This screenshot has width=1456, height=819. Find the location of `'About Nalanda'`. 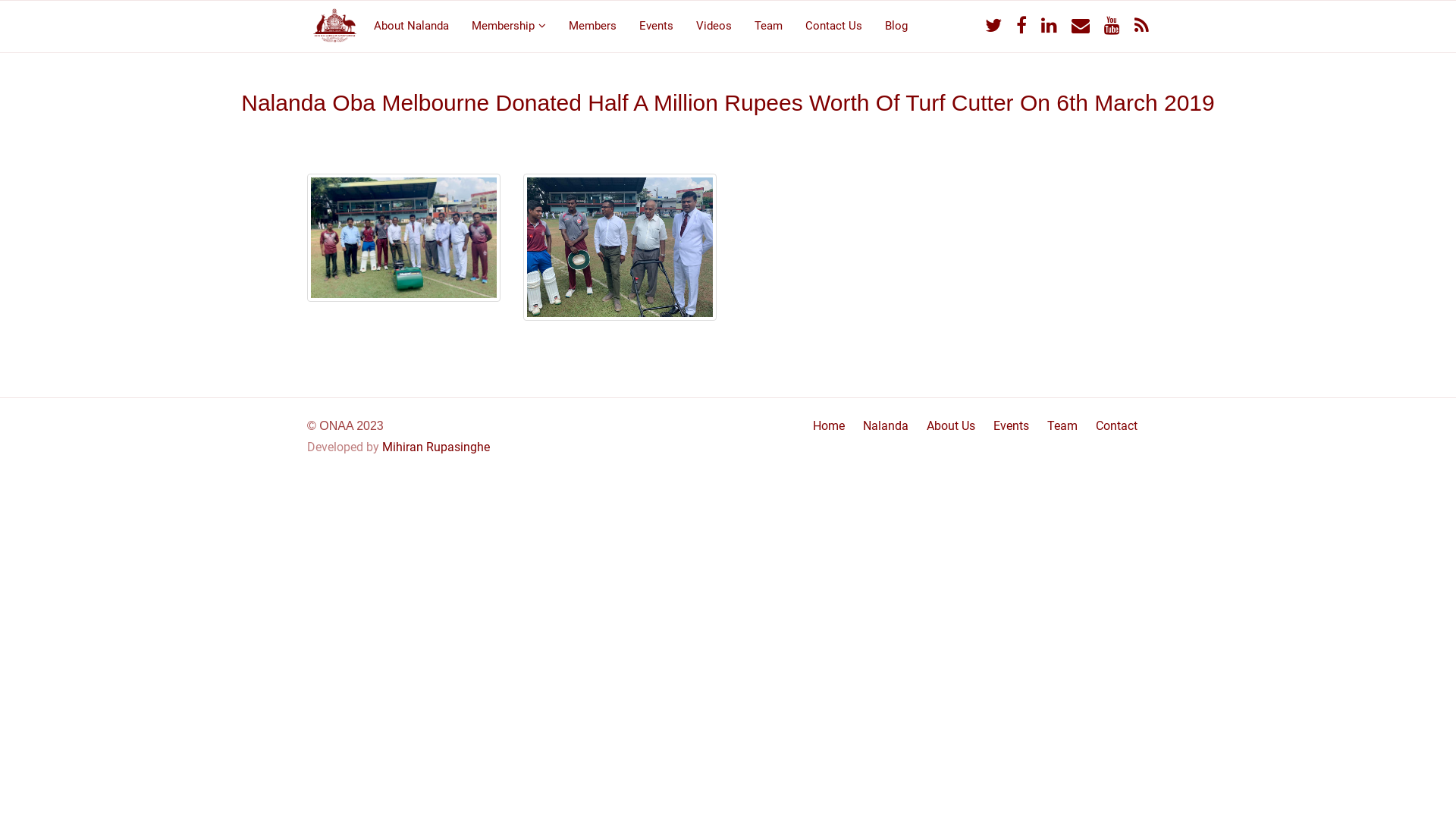

'About Nalanda' is located at coordinates (411, 24).